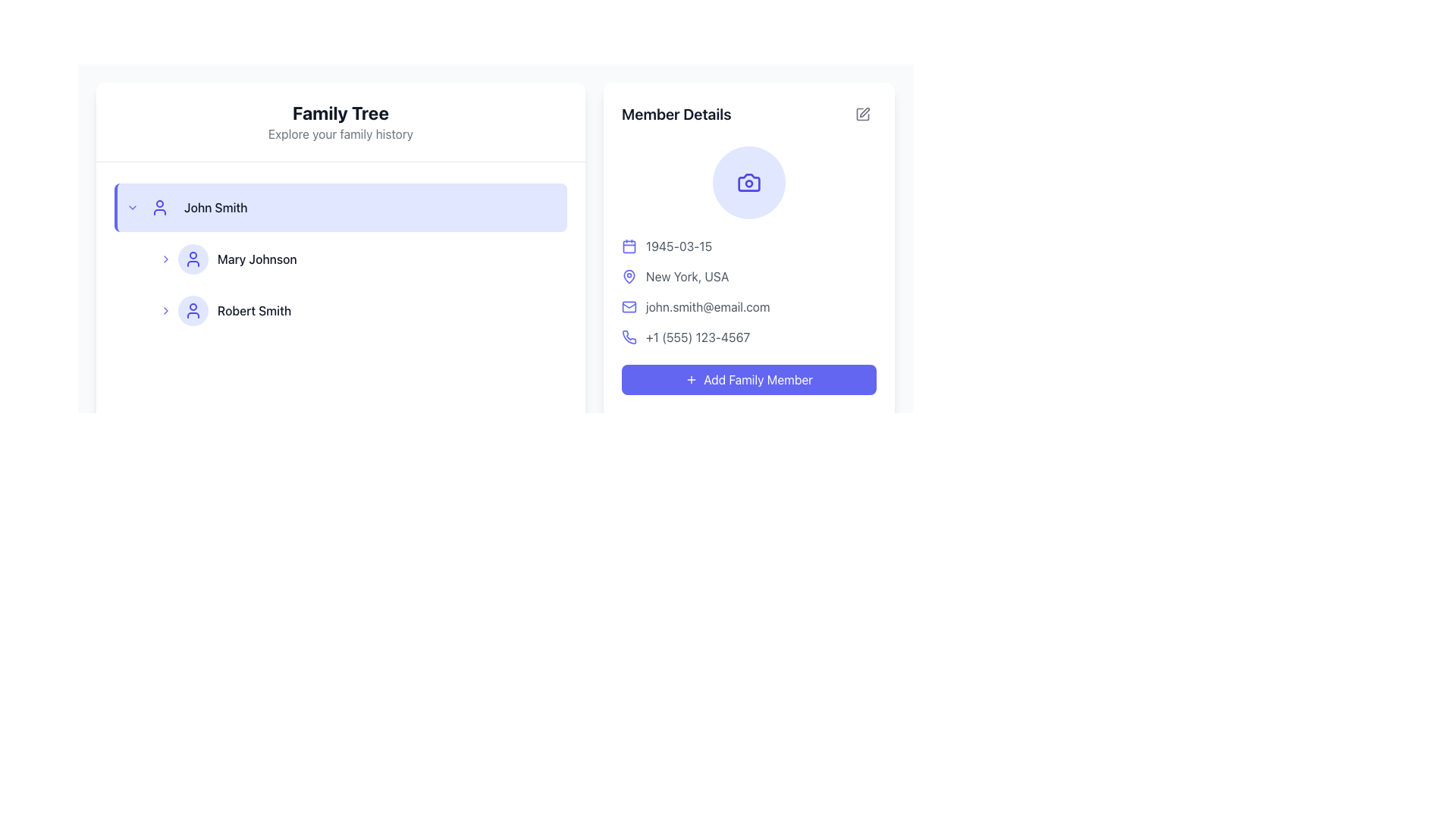  Describe the element at coordinates (629, 307) in the screenshot. I see `the email information icon located in the member details section, positioned to the left of the email text 'john.smith@email.com'` at that location.